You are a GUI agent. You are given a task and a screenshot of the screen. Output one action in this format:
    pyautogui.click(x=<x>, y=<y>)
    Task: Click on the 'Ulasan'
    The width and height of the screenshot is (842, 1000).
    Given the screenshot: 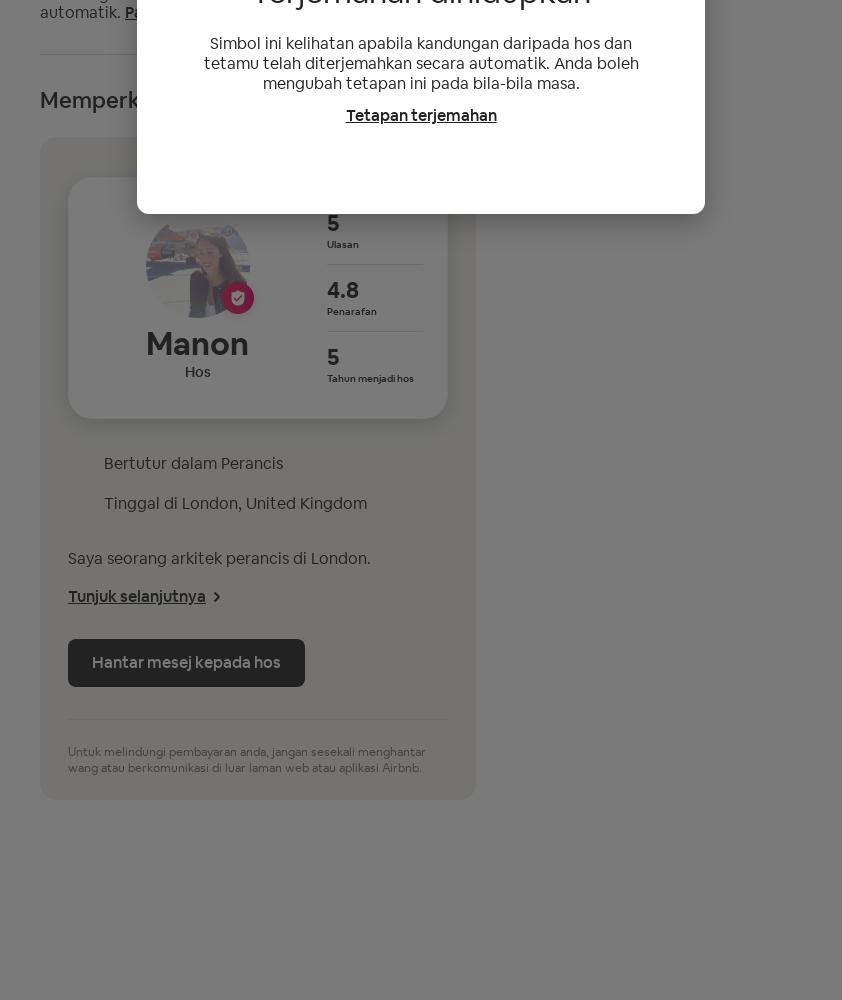 What is the action you would take?
    pyautogui.click(x=342, y=242)
    